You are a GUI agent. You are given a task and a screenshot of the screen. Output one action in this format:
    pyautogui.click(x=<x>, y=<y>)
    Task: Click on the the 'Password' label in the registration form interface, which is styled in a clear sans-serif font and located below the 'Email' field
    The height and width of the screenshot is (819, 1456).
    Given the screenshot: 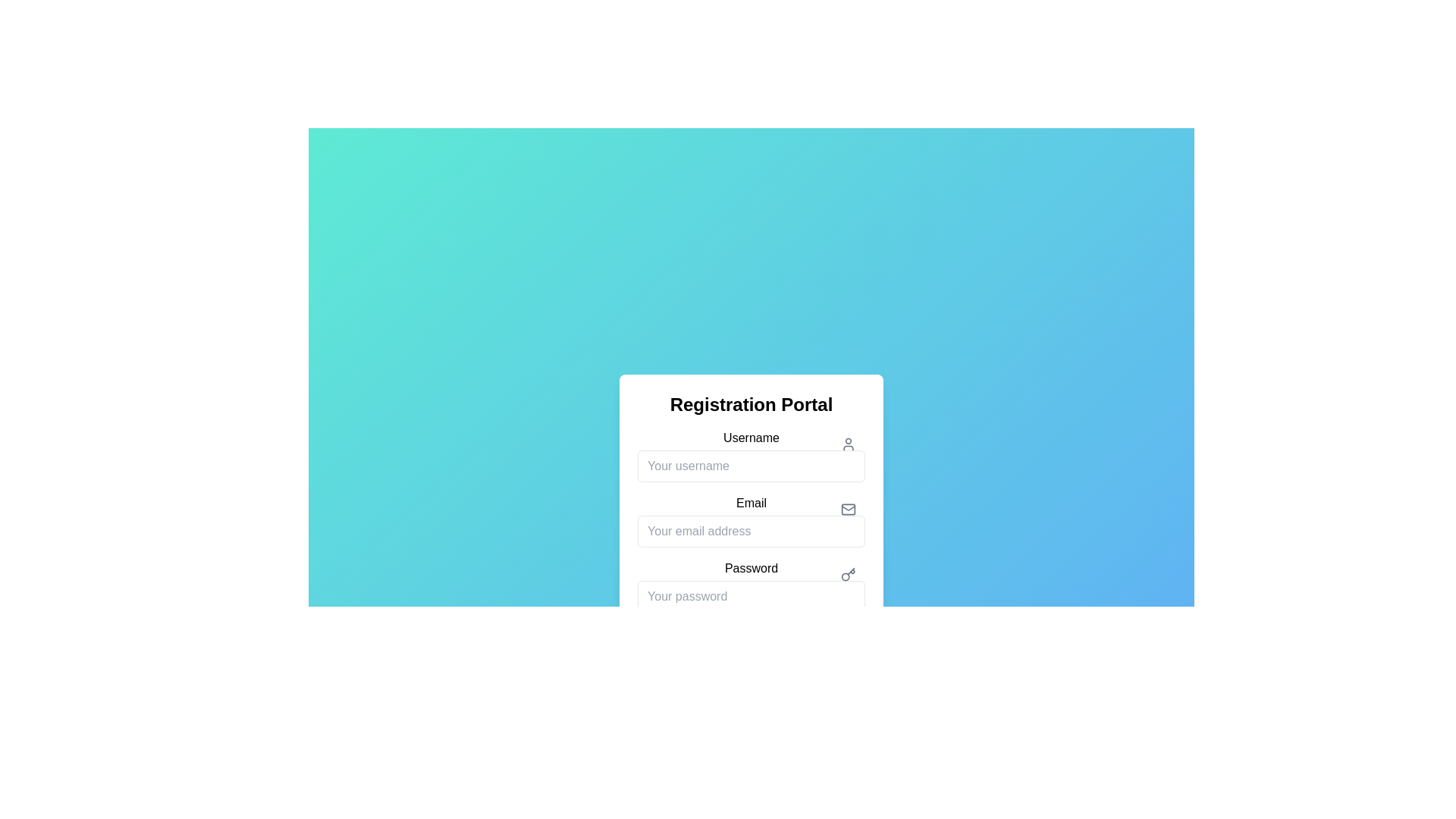 What is the action you would take?
    pyautogui.click(x=751, y=567)
    